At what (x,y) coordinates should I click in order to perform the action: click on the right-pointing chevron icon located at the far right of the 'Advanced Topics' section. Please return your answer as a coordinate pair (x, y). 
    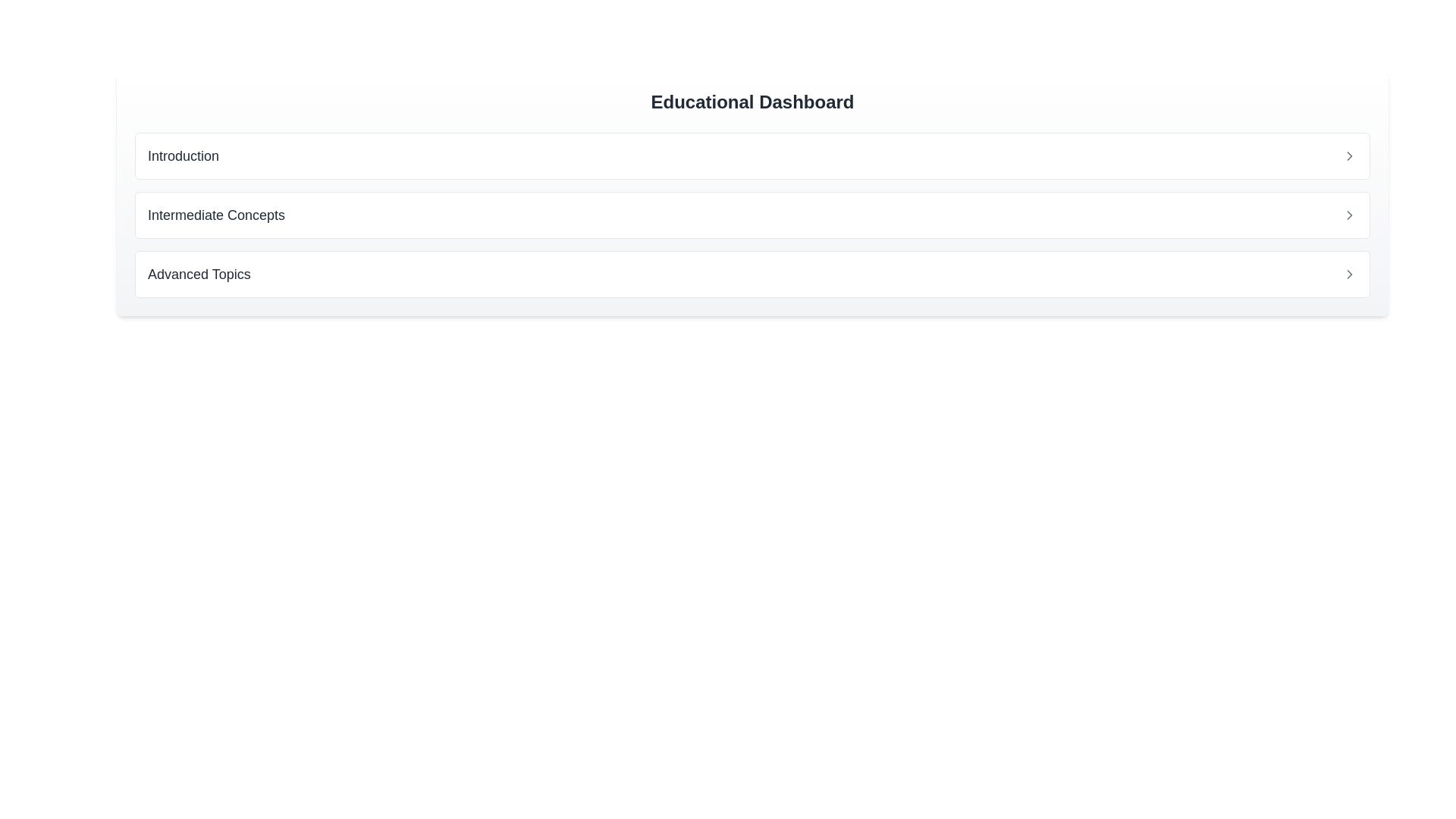
    Looking at the image, I should click on (1350, 275).